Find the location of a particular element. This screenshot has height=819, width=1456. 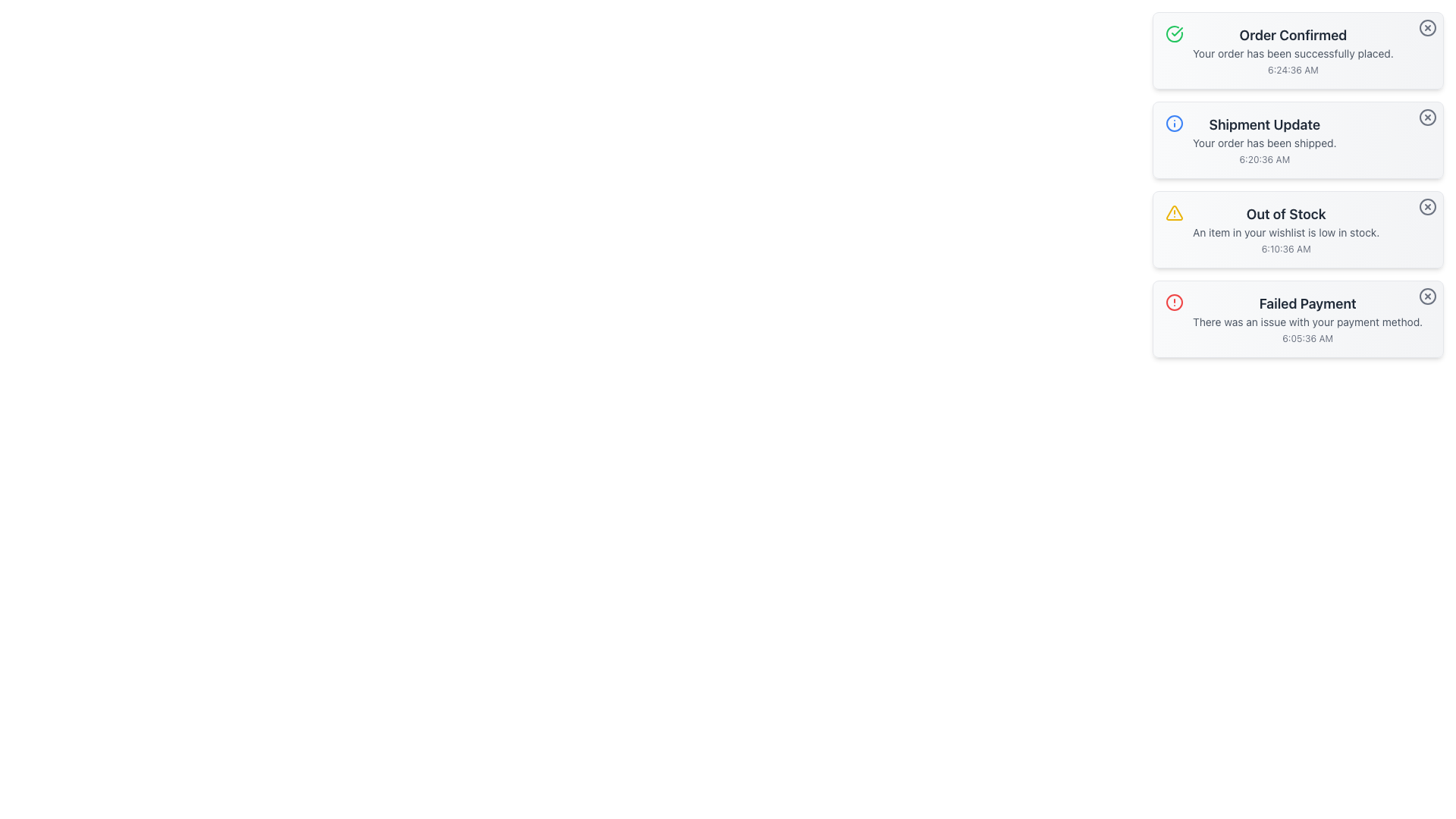

the dismiss button located in the upper-right corner of the 'Out of Stock' notification is located at coordinates (1426, 207).